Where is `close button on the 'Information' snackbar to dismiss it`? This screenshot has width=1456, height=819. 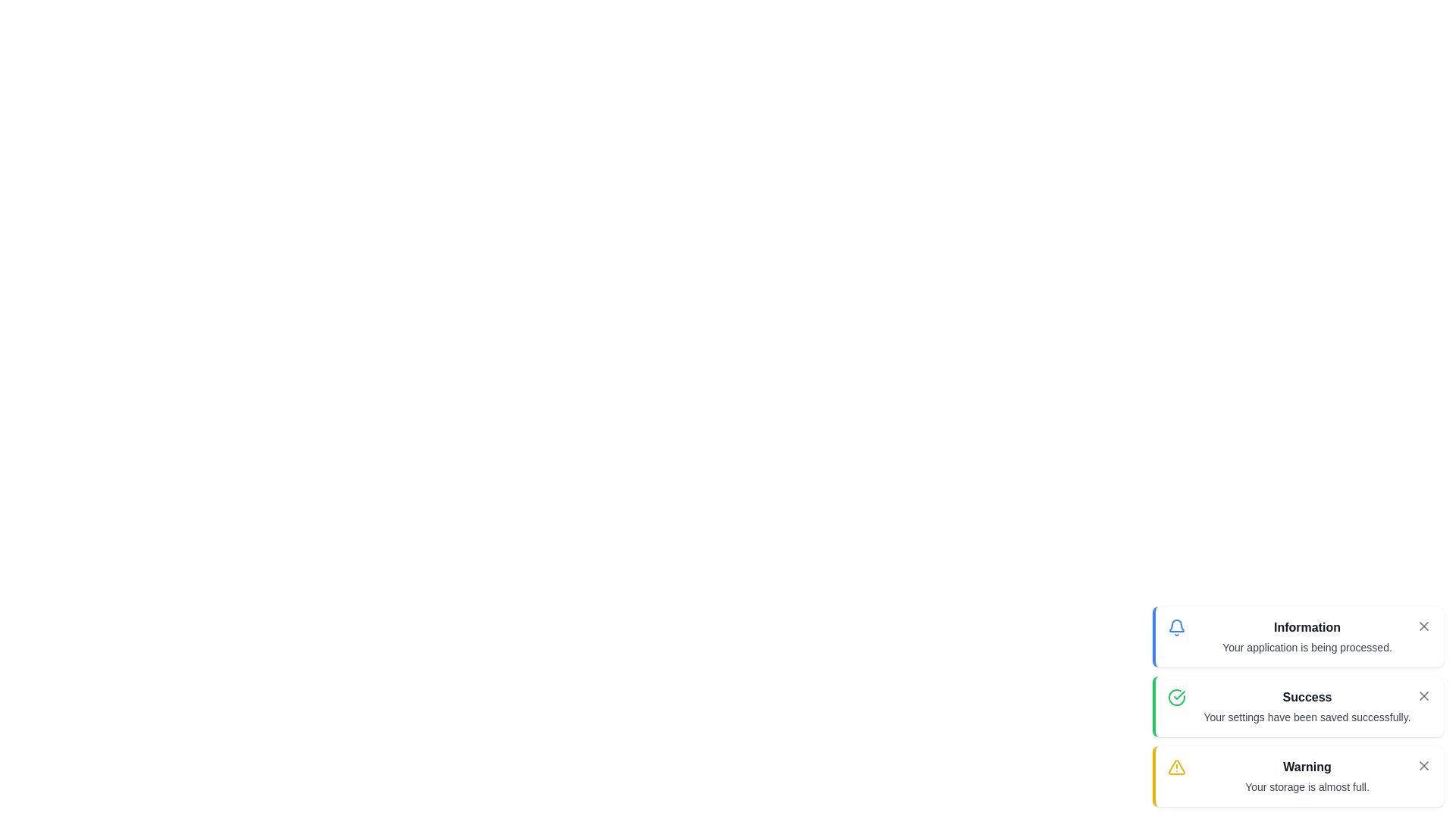
close button on the 'Information' snackbar to dismiss it is located at coordinates (1423, 626).